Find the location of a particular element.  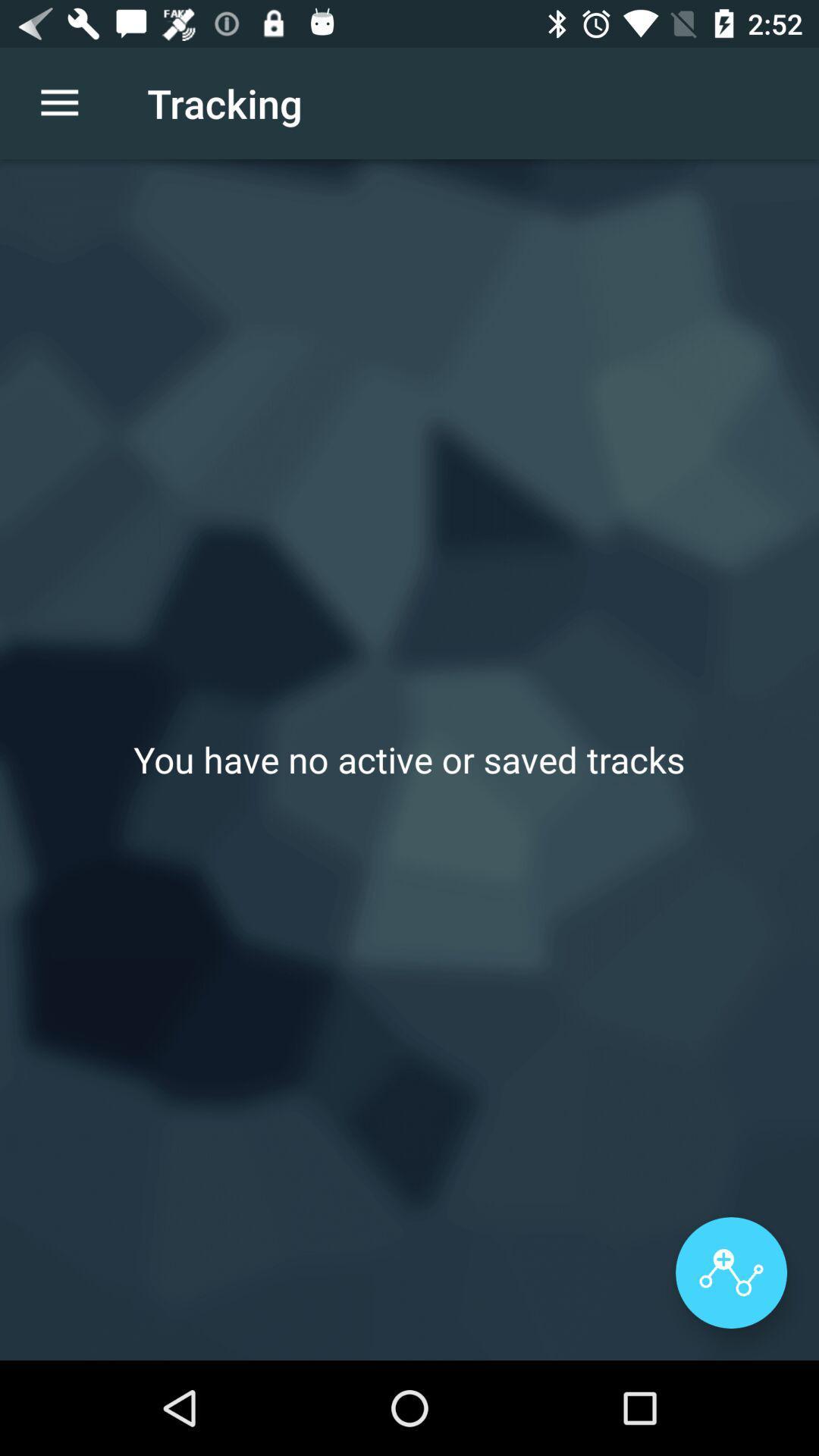

the item below you have no is located at coordinates (730, 1272).